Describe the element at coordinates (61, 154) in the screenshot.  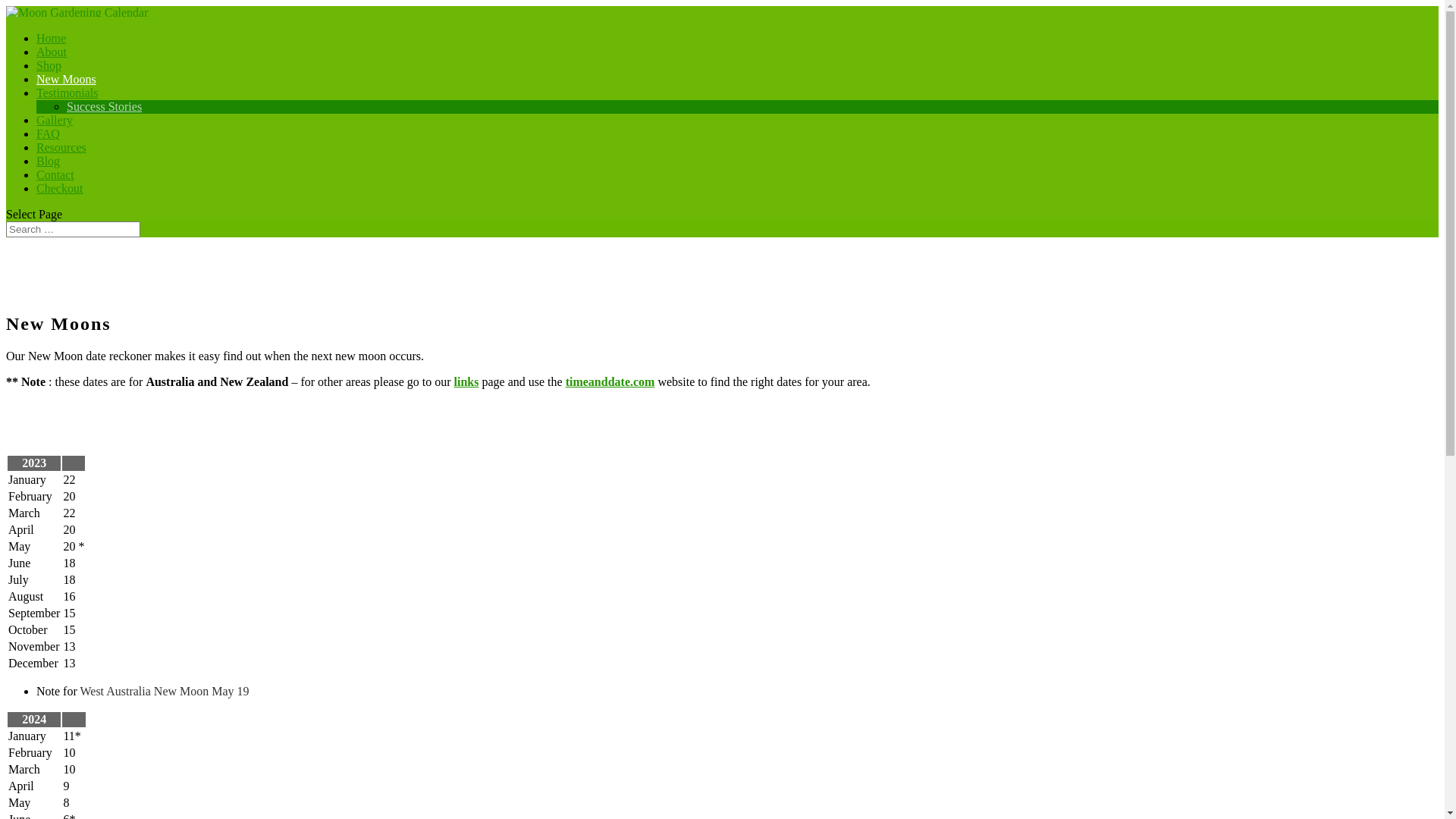
I see `'Resources'` at that location.